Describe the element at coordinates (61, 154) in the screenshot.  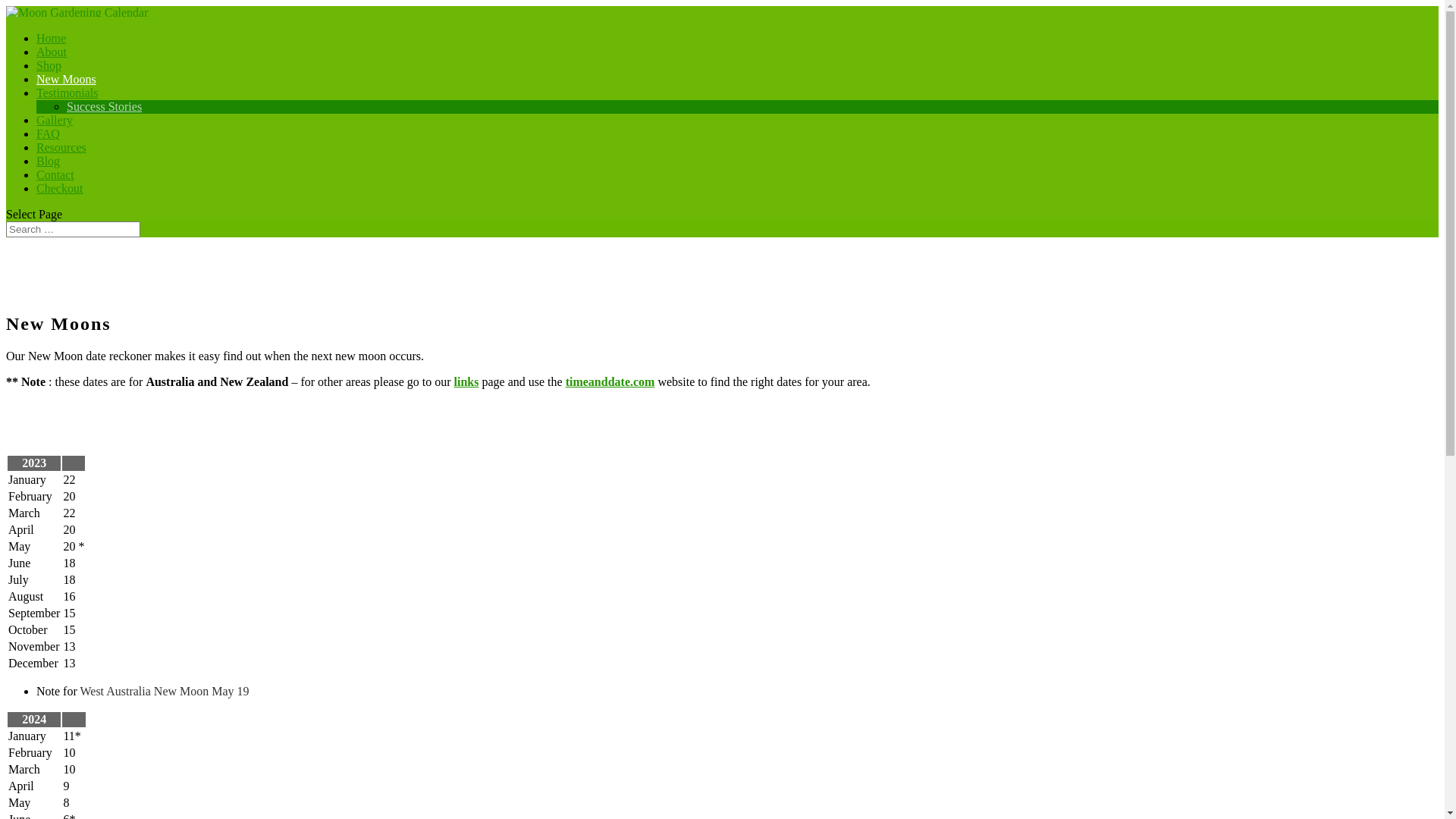
I see `'Resources'` at that location.